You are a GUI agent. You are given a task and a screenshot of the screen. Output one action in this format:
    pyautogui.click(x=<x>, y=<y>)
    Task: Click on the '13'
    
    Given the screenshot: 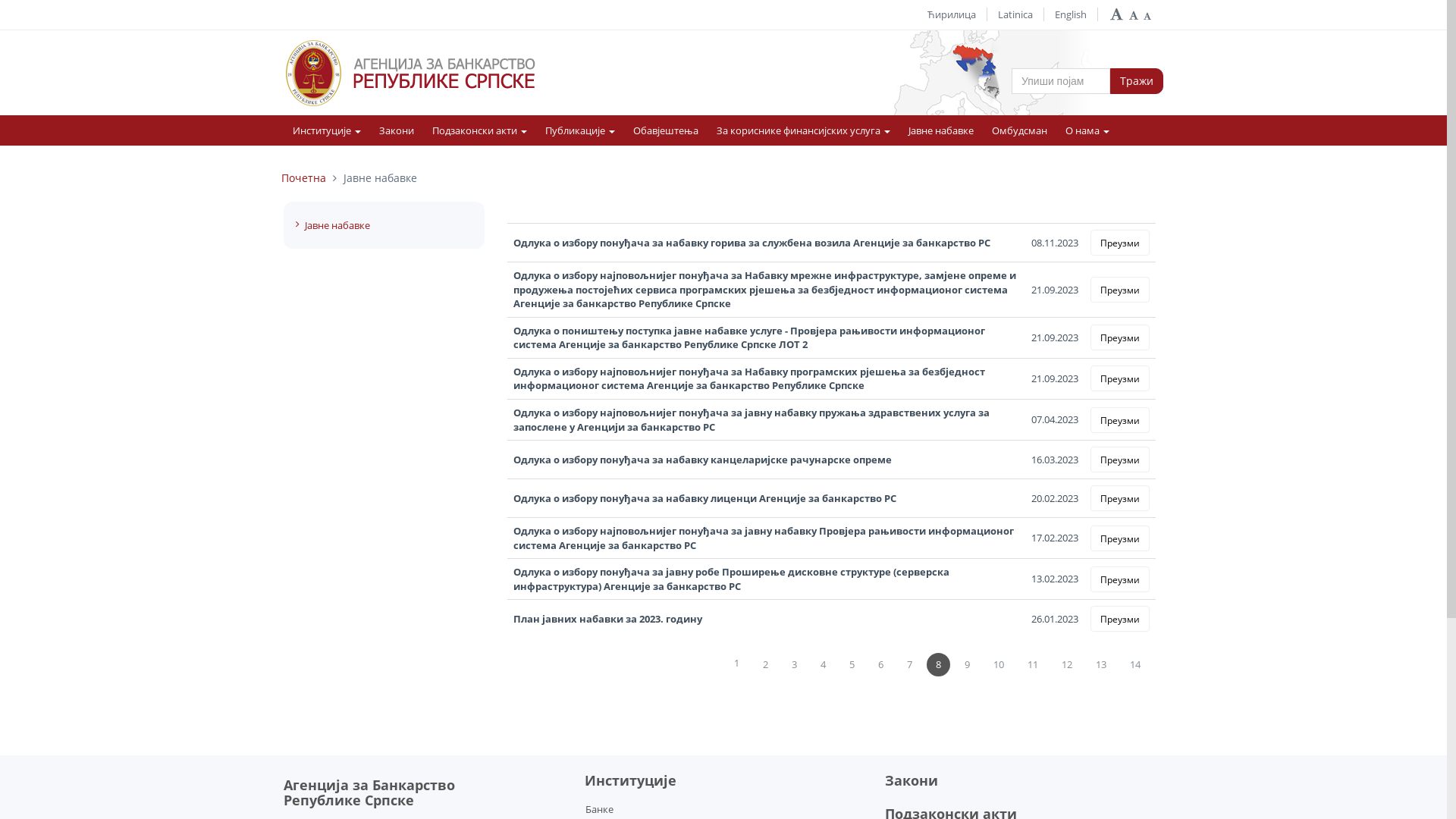 What is the action you would take?
    pyautogui.click(x=1100, y=664)
    